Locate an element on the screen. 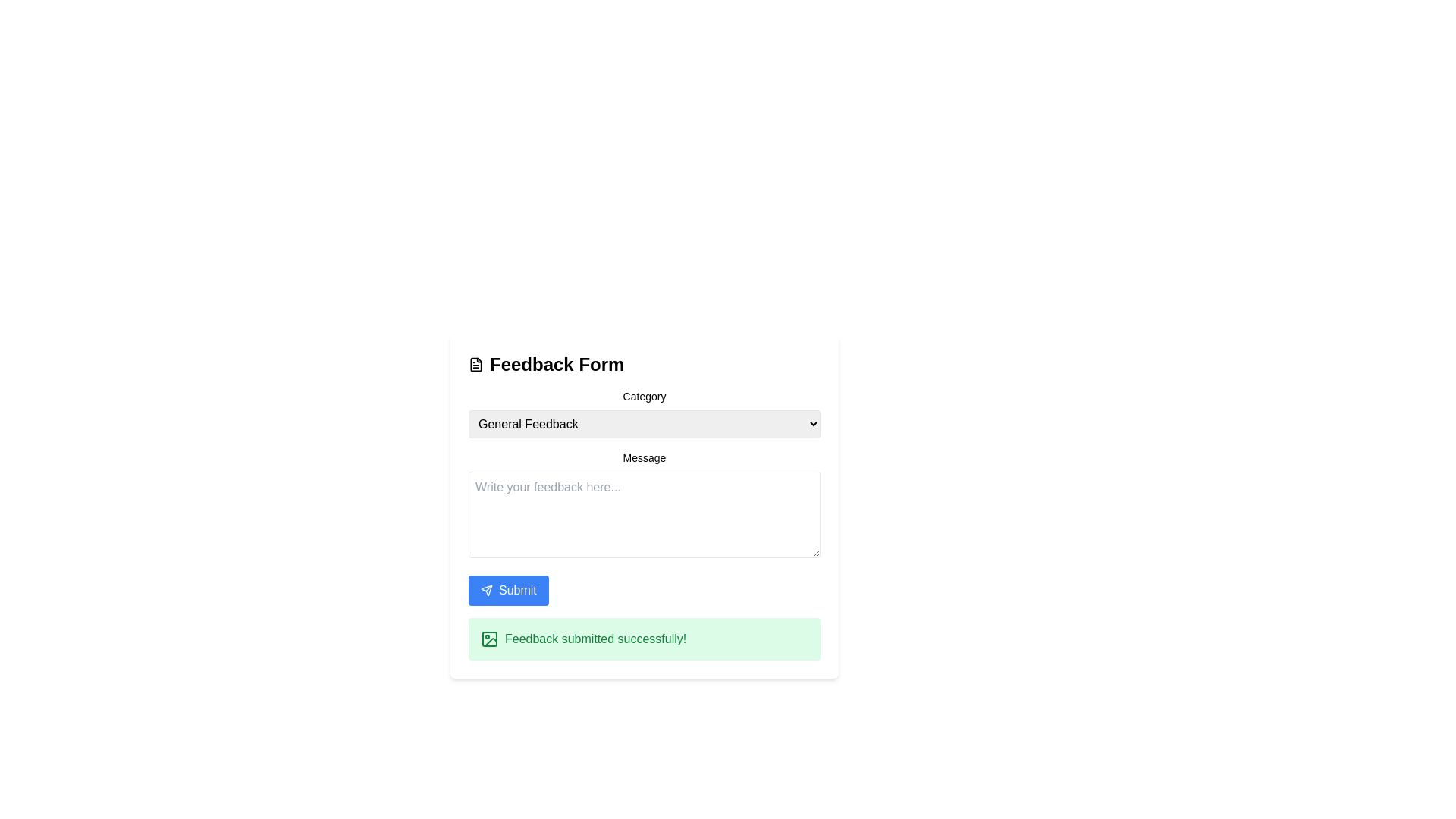  the icon styled as a square frame with a circular element and a diagonal line, located inside the green-themed alert box with the message 'Feedback submitted successfully!' is located at coordinates (490, 639).